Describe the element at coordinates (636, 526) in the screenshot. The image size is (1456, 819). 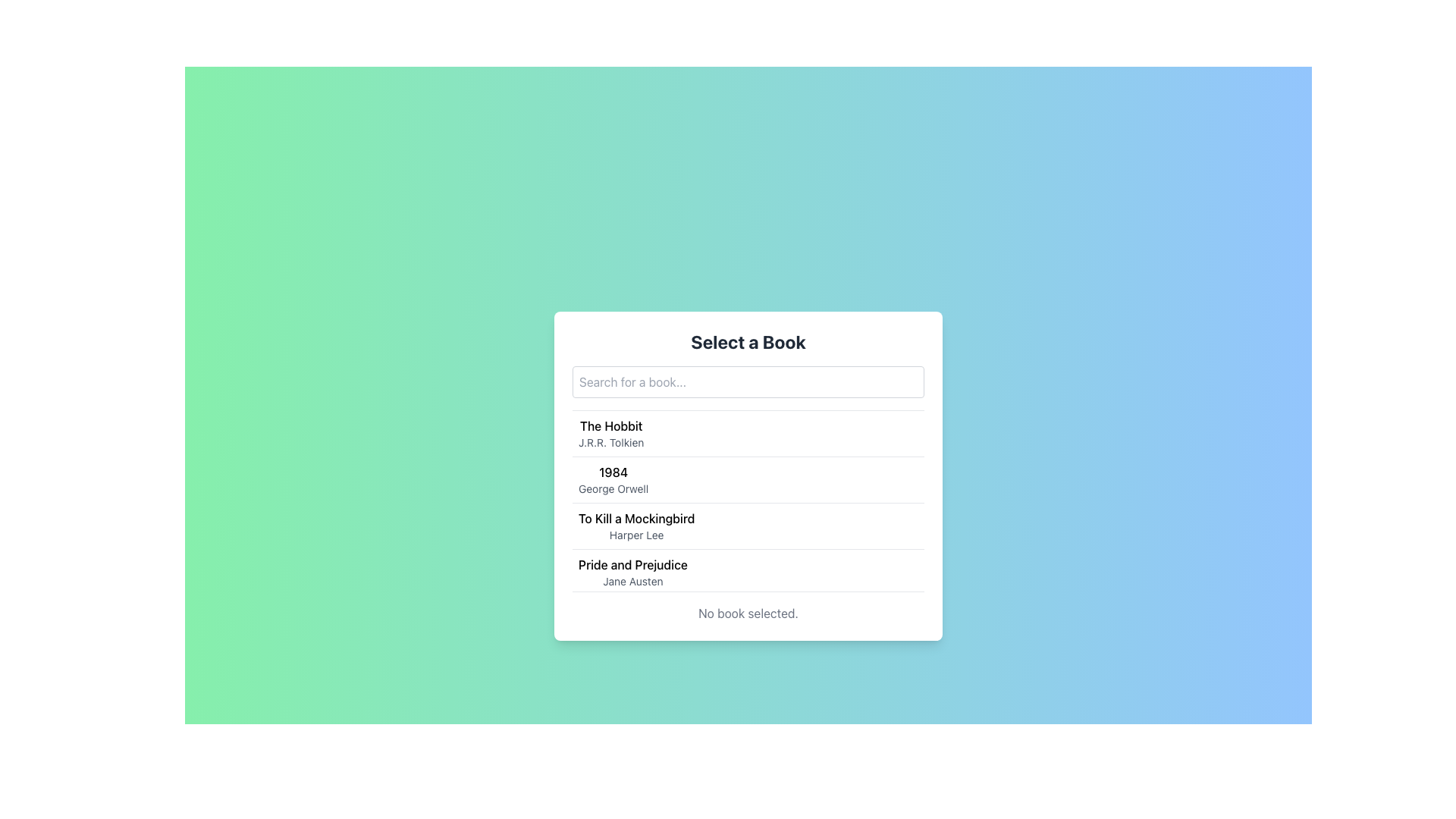
I see `the list item displaying the book title 'To Kill a Mockingbird' and author 'Harper Lee'` at that location.